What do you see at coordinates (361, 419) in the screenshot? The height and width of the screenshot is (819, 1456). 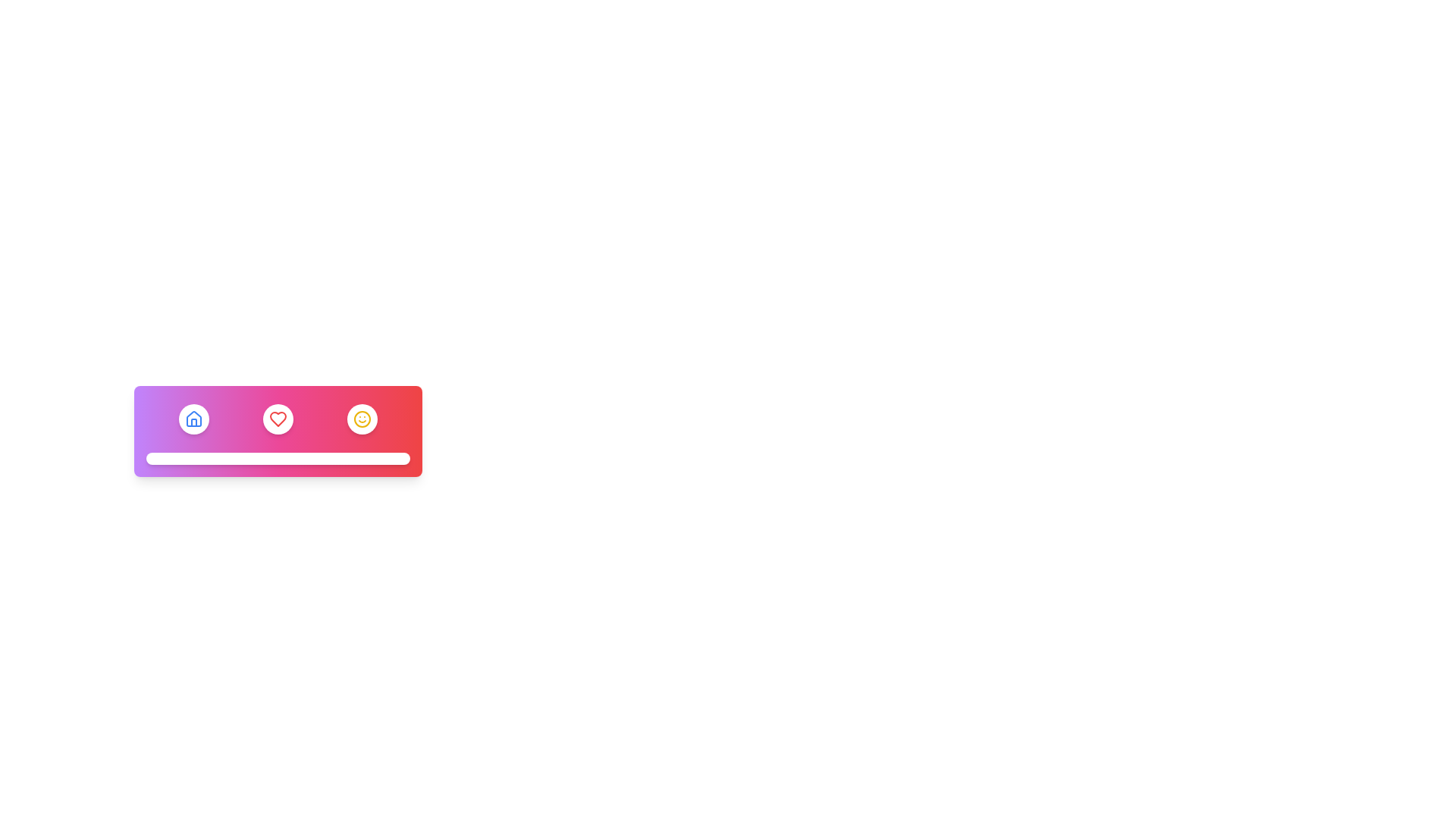 I see `the happy emotion SVG icon located in the center of a circular button with a white background, positioned on the rightmost side of a gradient-colored rectangular bar at the bottom of the layout` at bounding box center [361, 419].